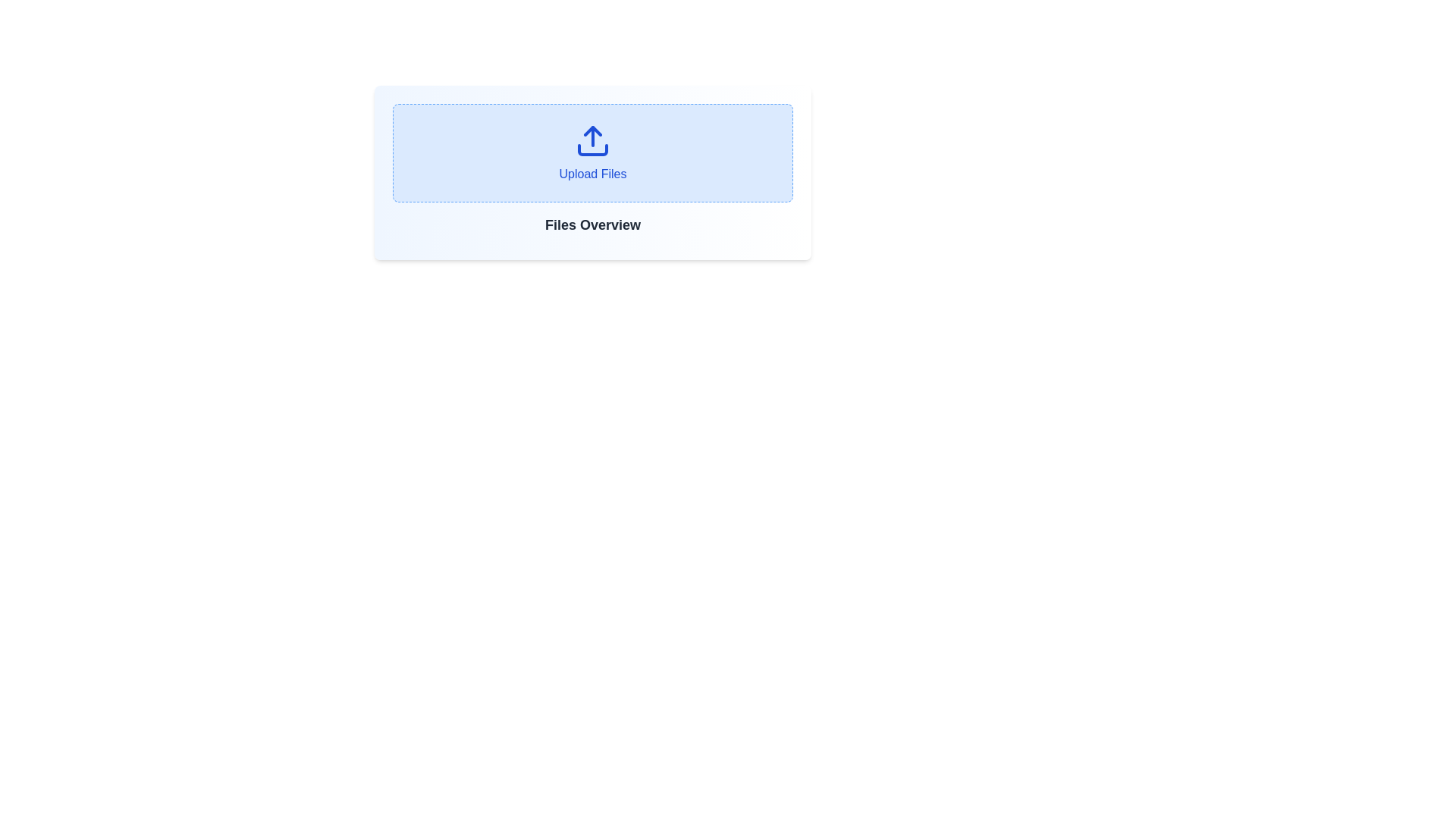  I want to click on the triangle part of the upload icon, which is located in the upper part of the blue rectangle labeled 'Upload Files' within the 'Files Overview' card, so click(592, 130).